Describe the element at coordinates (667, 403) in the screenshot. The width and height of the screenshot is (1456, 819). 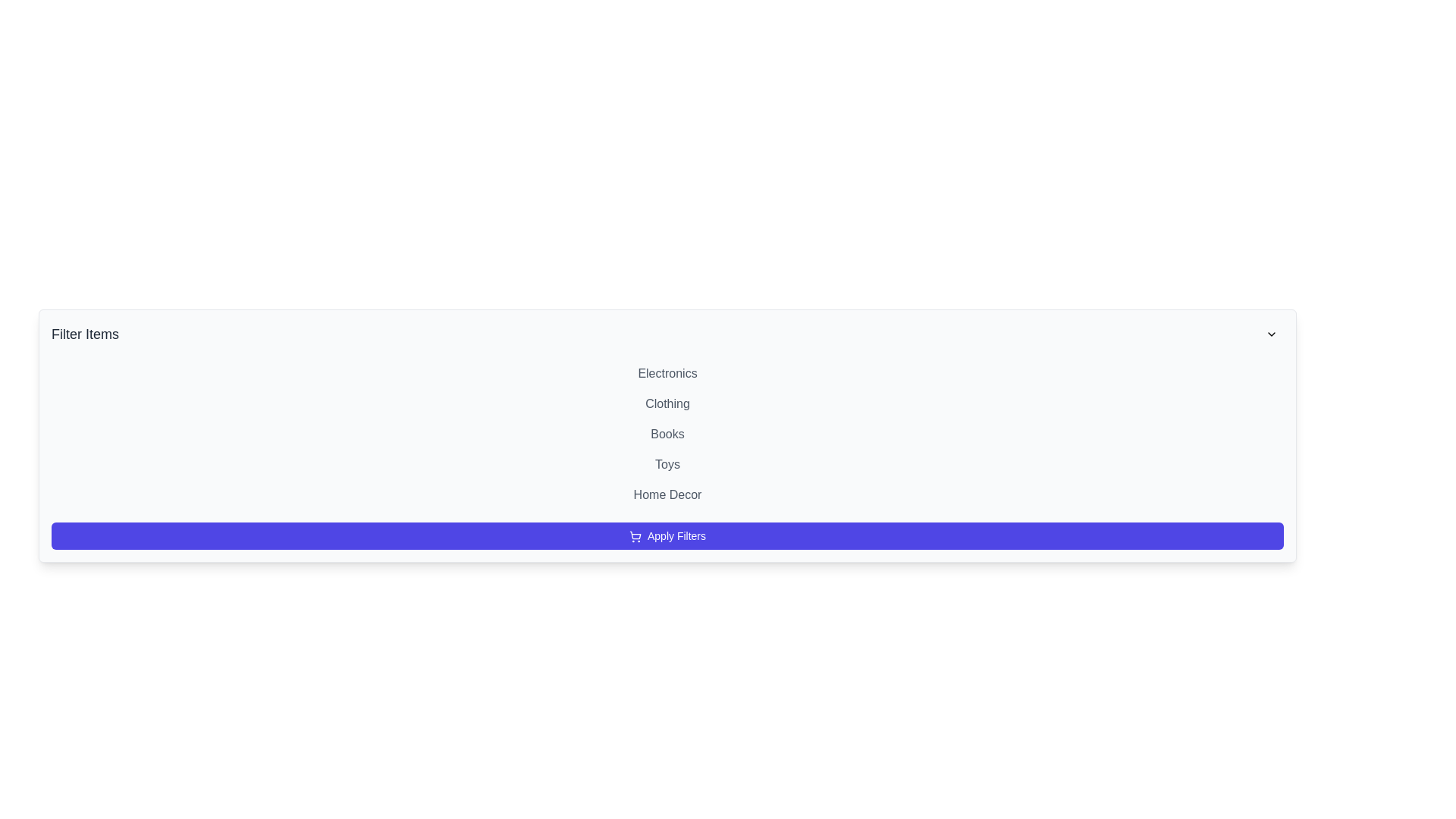
I see `the 'Clothing' option in the vertical list of selectable categories, which is positioned below 'Electronics' and above 'Books'` at that location.